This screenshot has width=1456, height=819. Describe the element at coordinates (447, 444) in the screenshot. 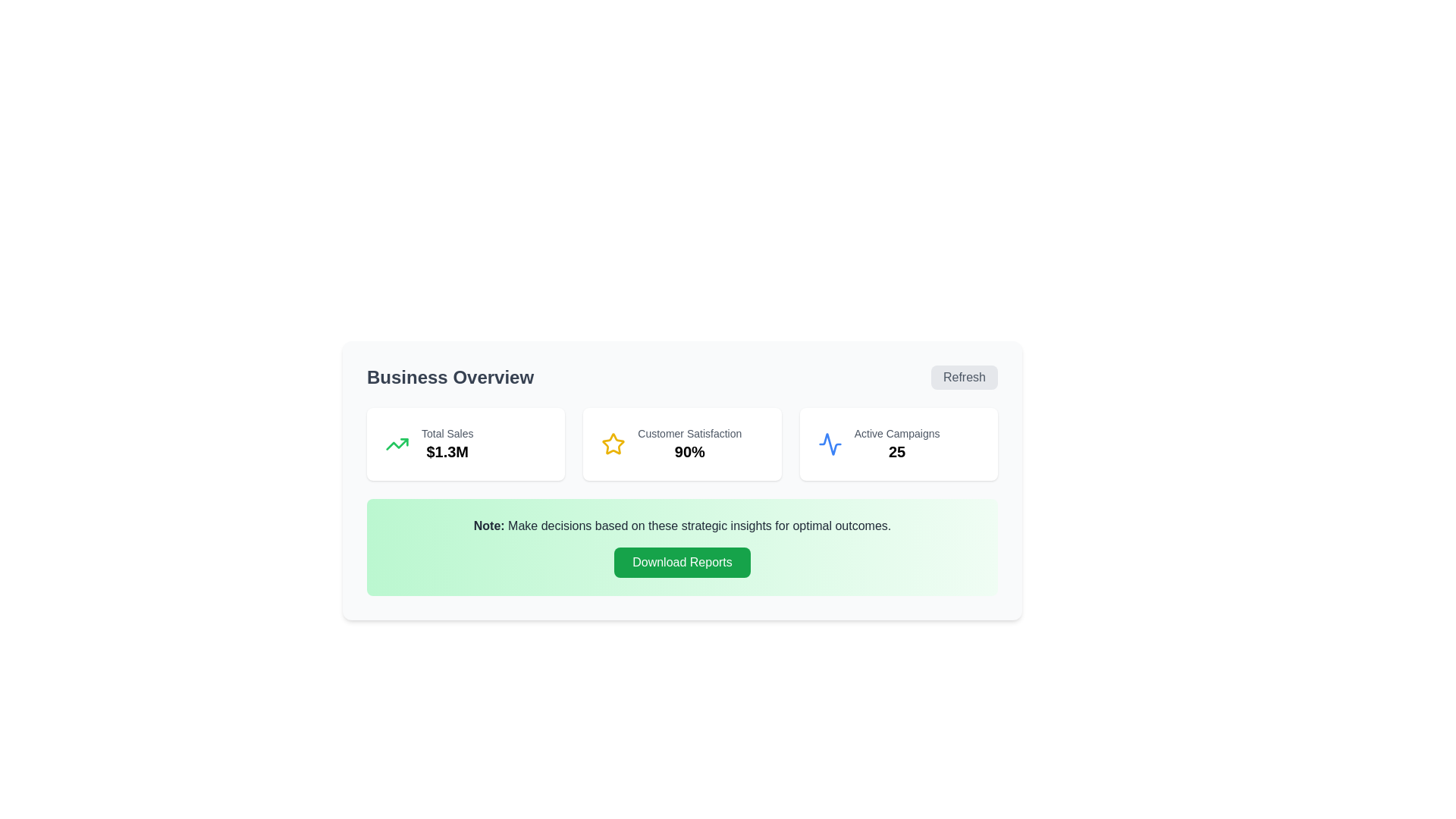

I see `the Text Display element that shows the total sales amount, located within a card widget on the leftmost position of a row of similar widgets` at that location.